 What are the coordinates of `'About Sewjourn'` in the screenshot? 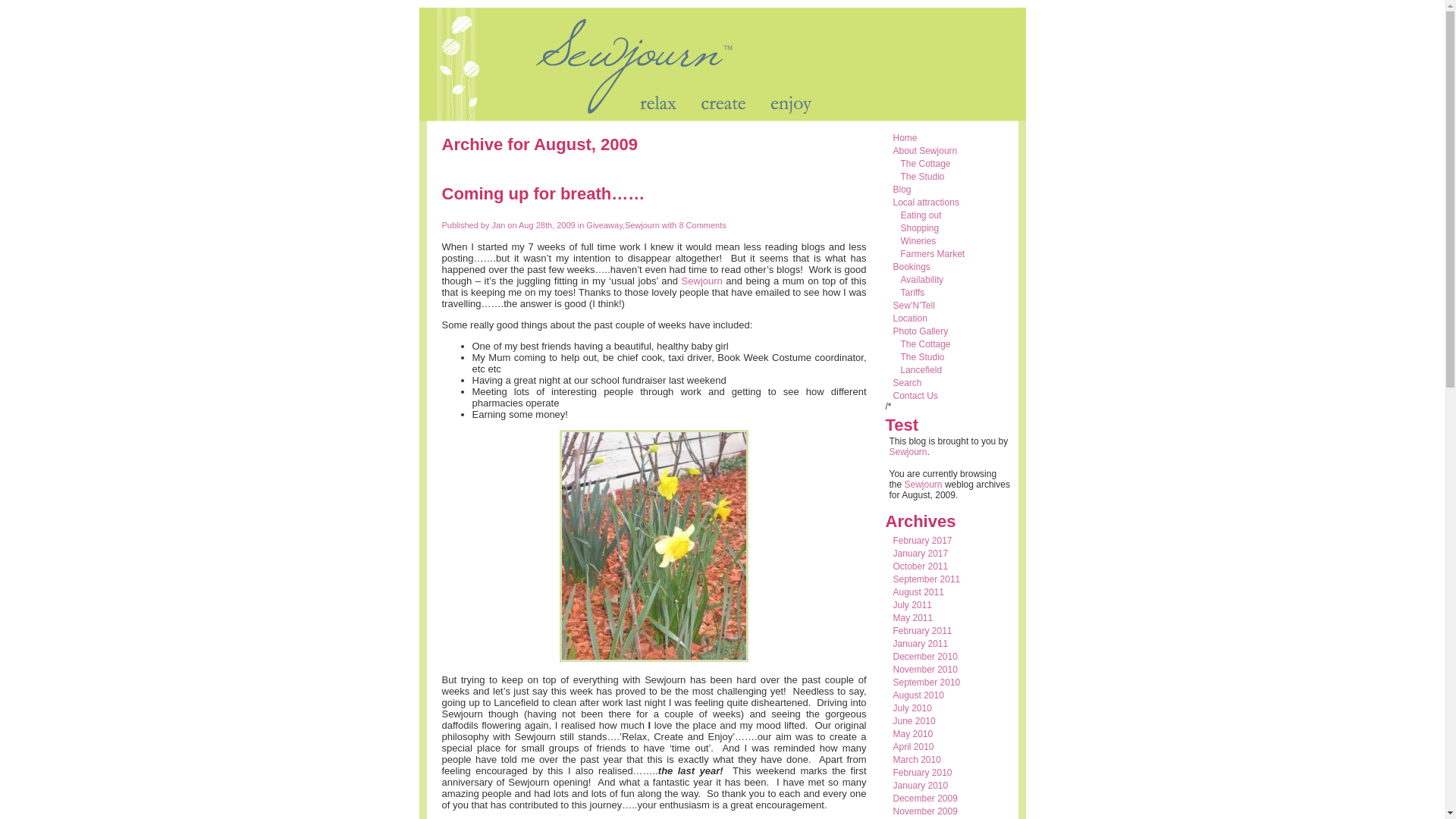 It's located at (924, 151).